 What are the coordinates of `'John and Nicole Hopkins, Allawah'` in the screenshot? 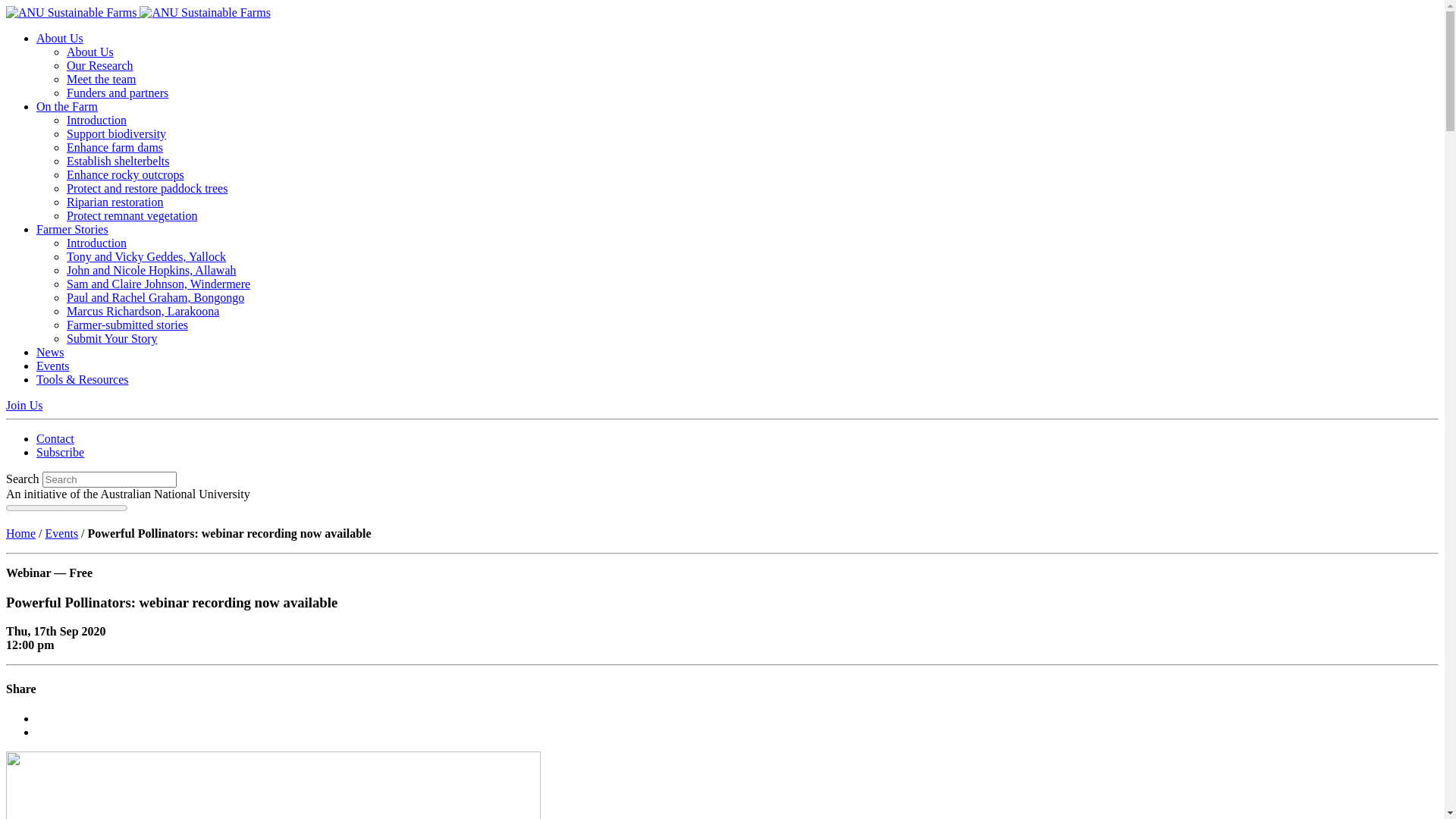 It's located at (152, 269).